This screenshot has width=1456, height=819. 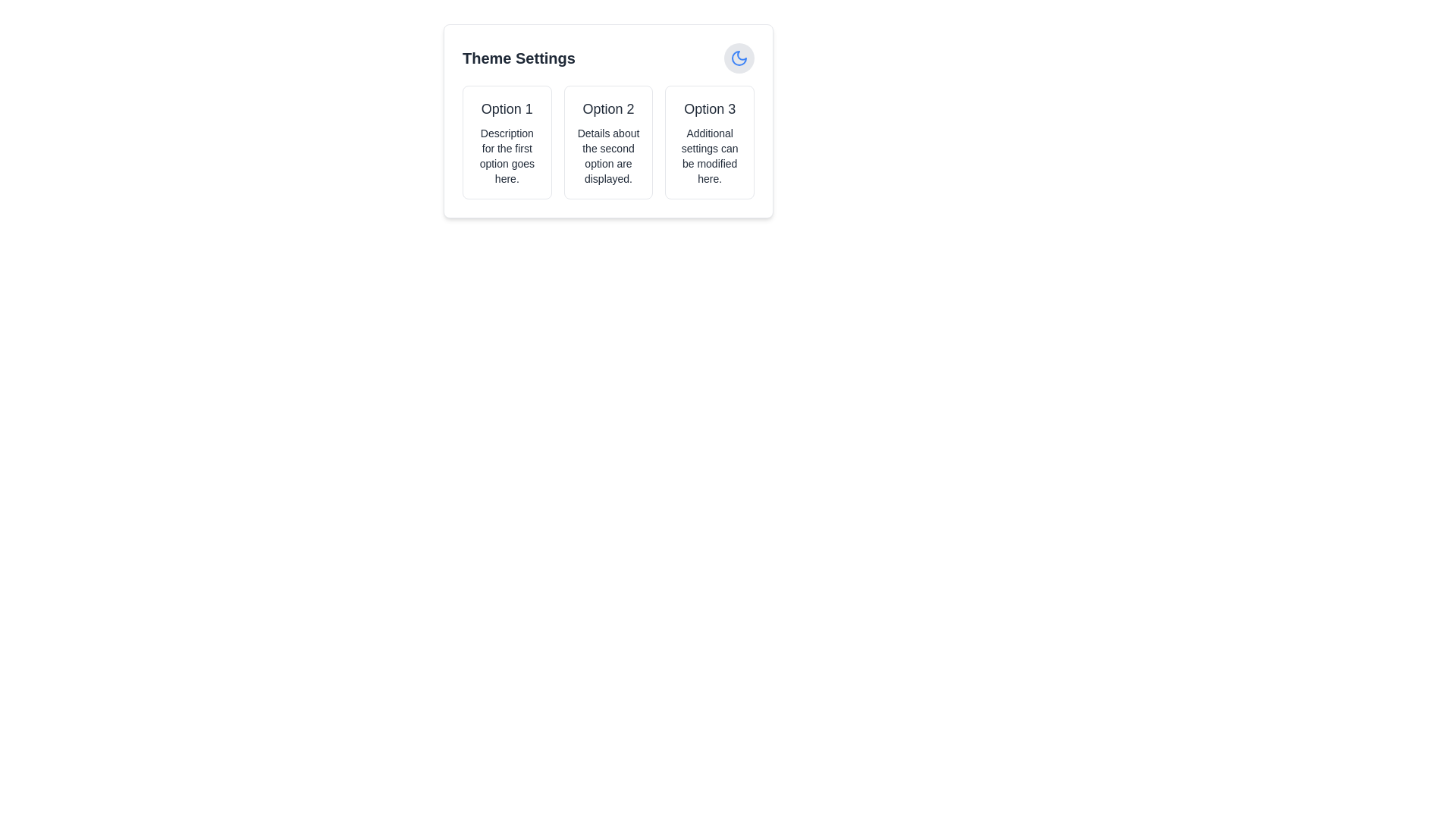 I want to click on the Informational card related to 'Option 3', located in the third column of the grid layout, so click(x=709, y=143).